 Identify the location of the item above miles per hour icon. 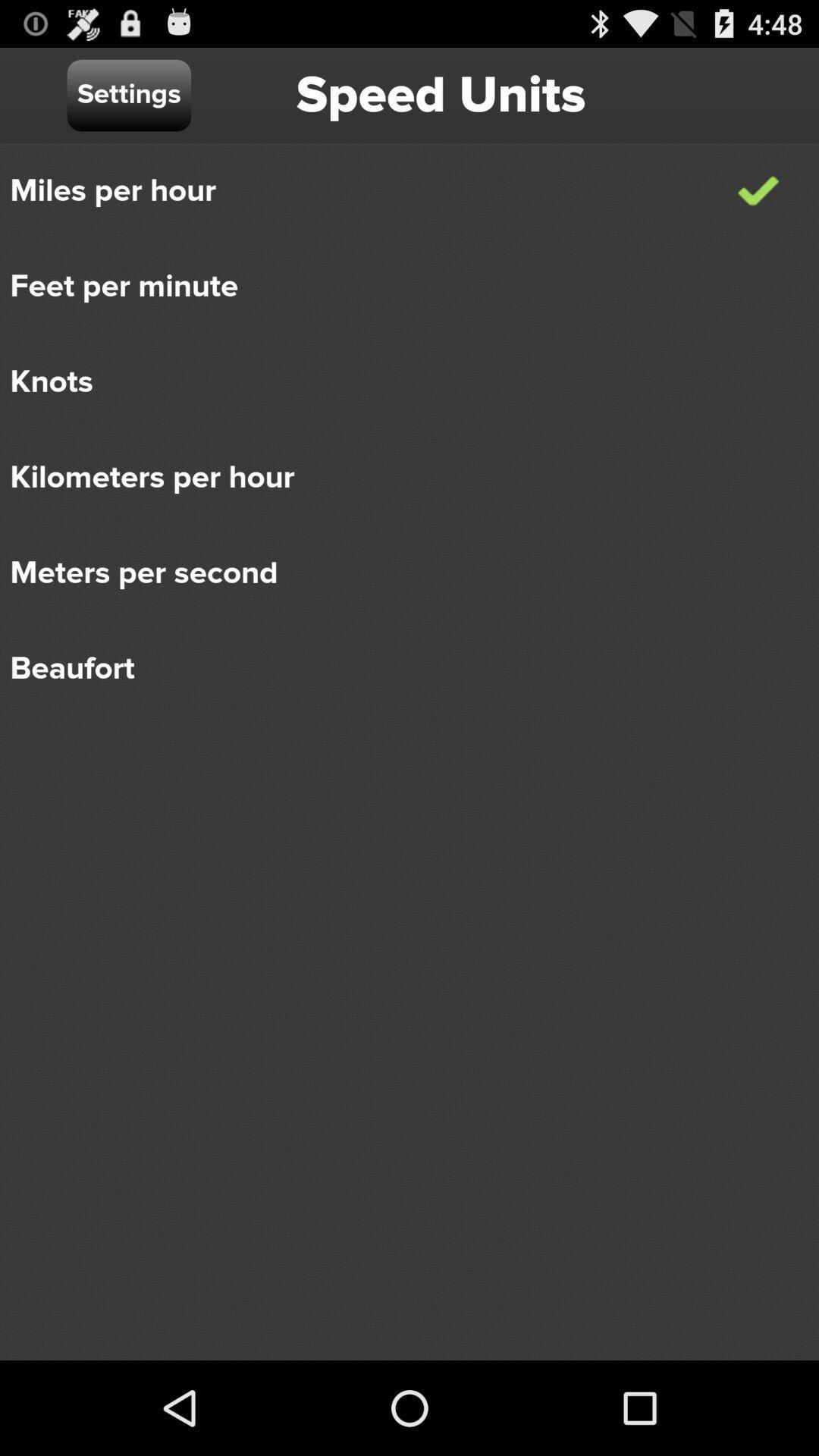
(128, 94).